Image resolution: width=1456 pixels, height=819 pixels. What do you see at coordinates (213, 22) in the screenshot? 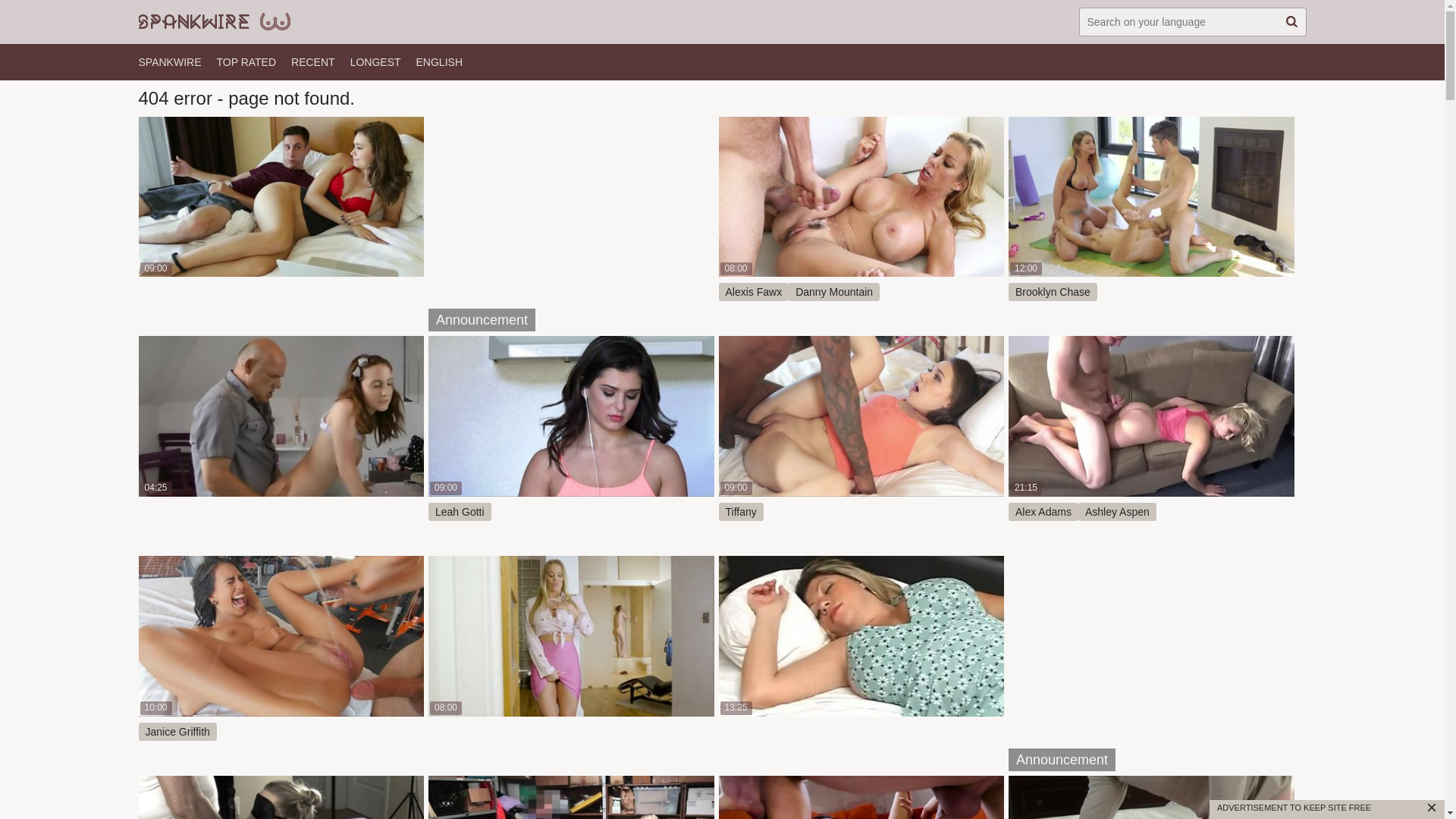
I see `'SpankWire'` at bounding box center [213, 22].